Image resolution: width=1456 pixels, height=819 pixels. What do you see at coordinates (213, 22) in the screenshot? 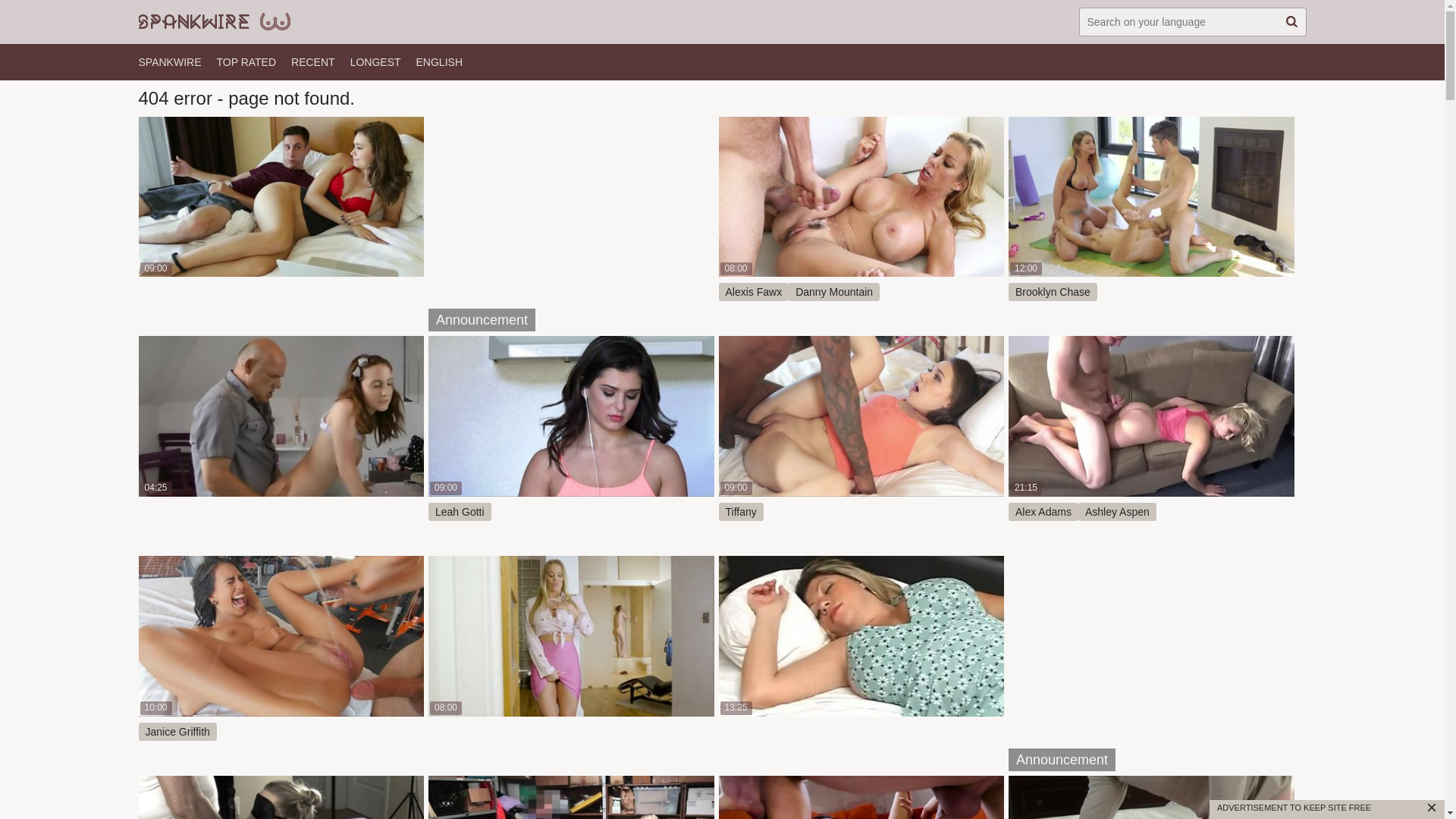
I see `'SpankWire'` at bounding box center [213, 22].